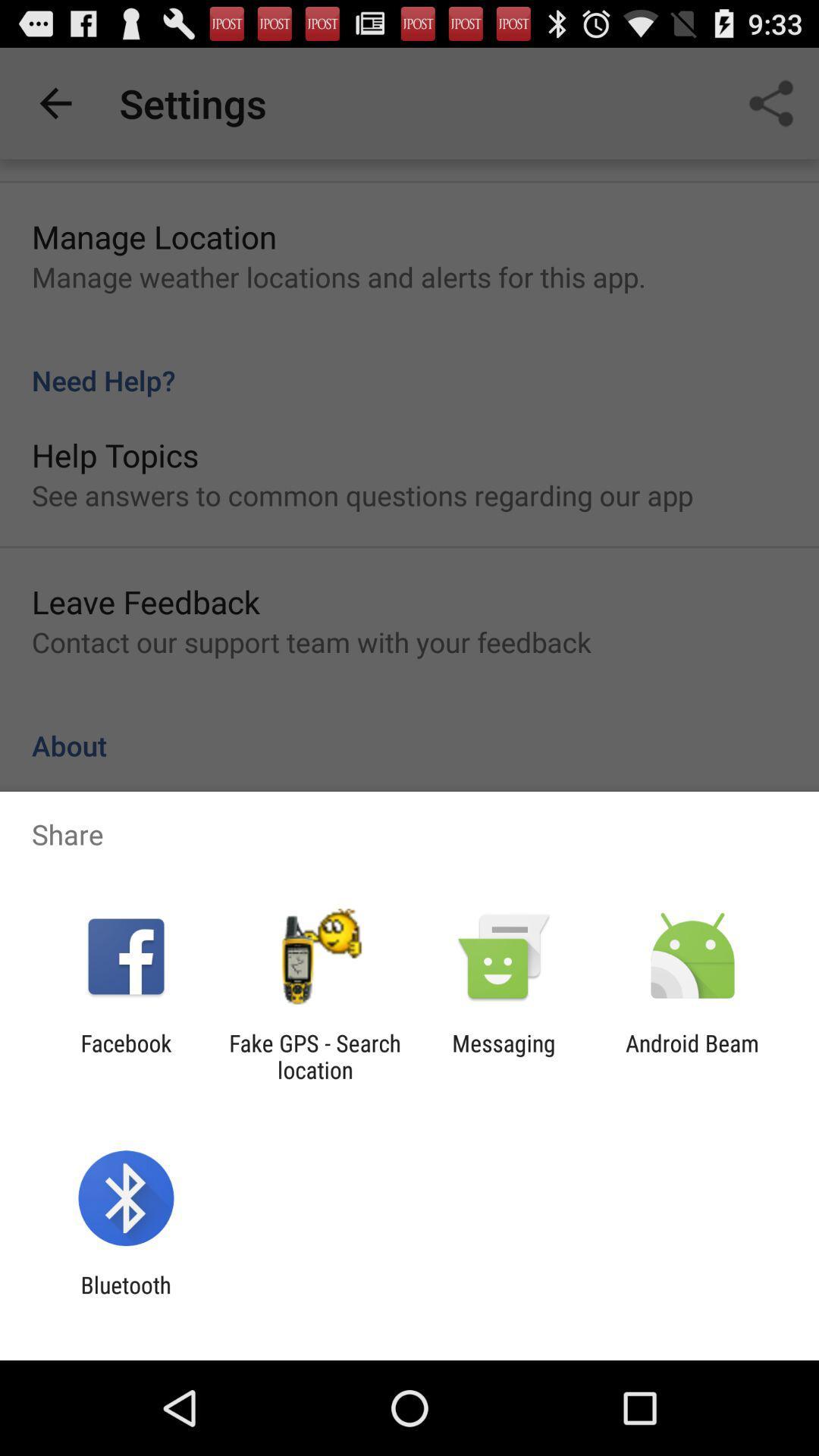  What do you see at coordinates (692, 1056) in the screenshot?
I see `the android beam item` at bounding box center [692, 1056].